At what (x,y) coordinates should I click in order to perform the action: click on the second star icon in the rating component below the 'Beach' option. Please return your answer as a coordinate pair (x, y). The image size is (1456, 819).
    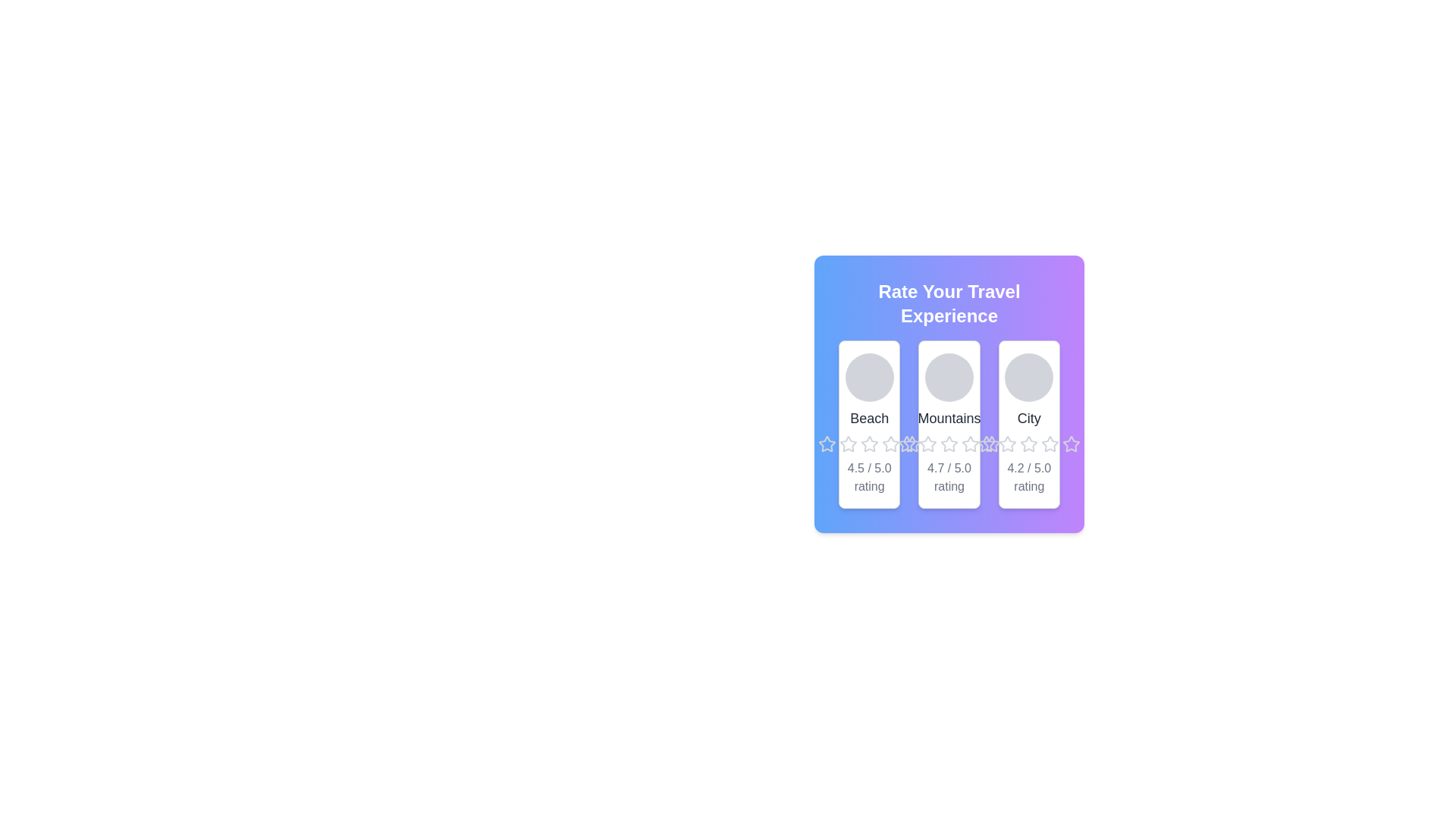
    Looking at the image, I should click on (869, 444).